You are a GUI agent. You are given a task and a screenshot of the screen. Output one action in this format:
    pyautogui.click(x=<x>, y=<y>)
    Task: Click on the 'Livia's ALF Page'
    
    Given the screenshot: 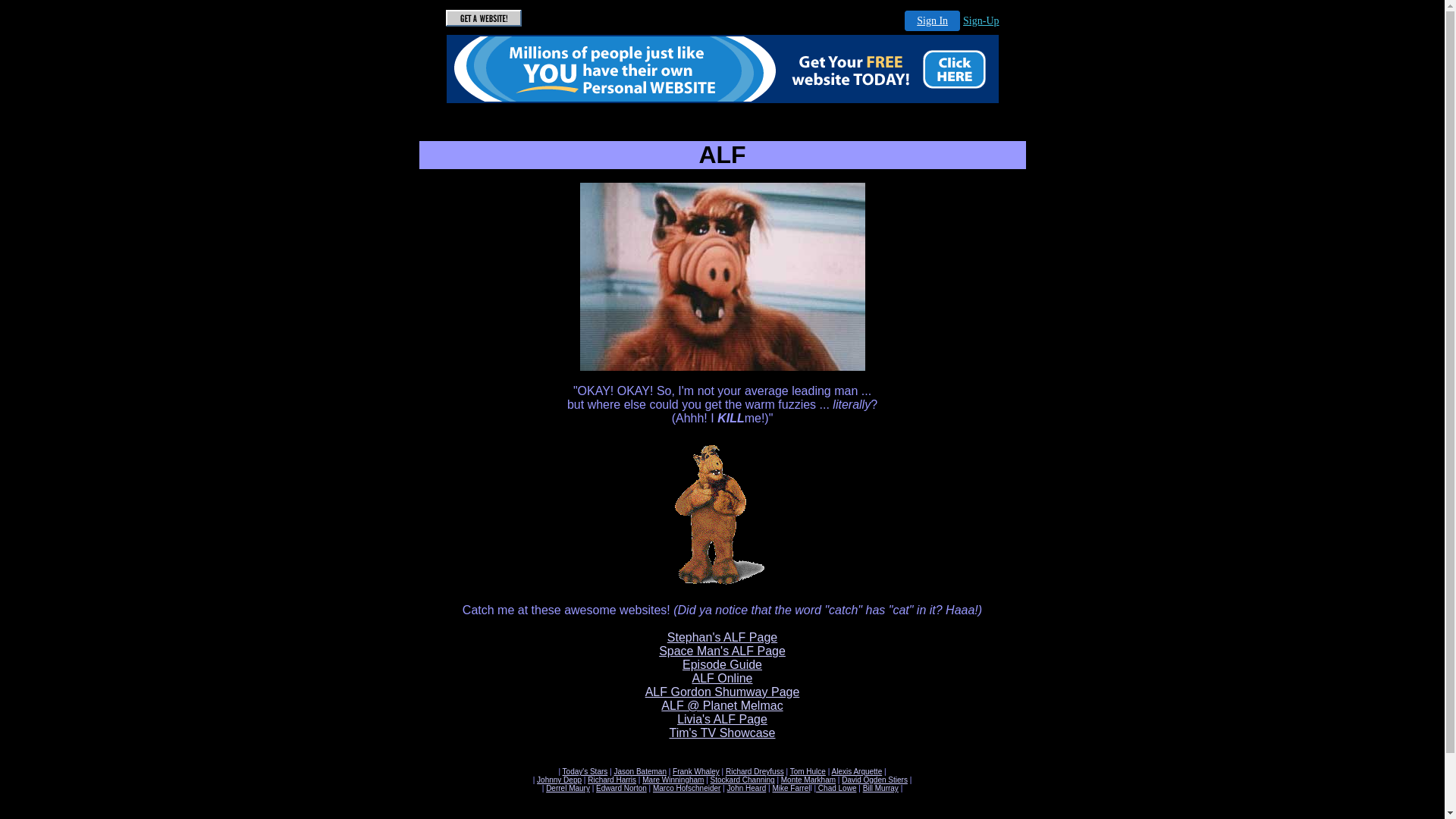 What is the action you would take?
    pyautogui.click(x=676, y=718)
    